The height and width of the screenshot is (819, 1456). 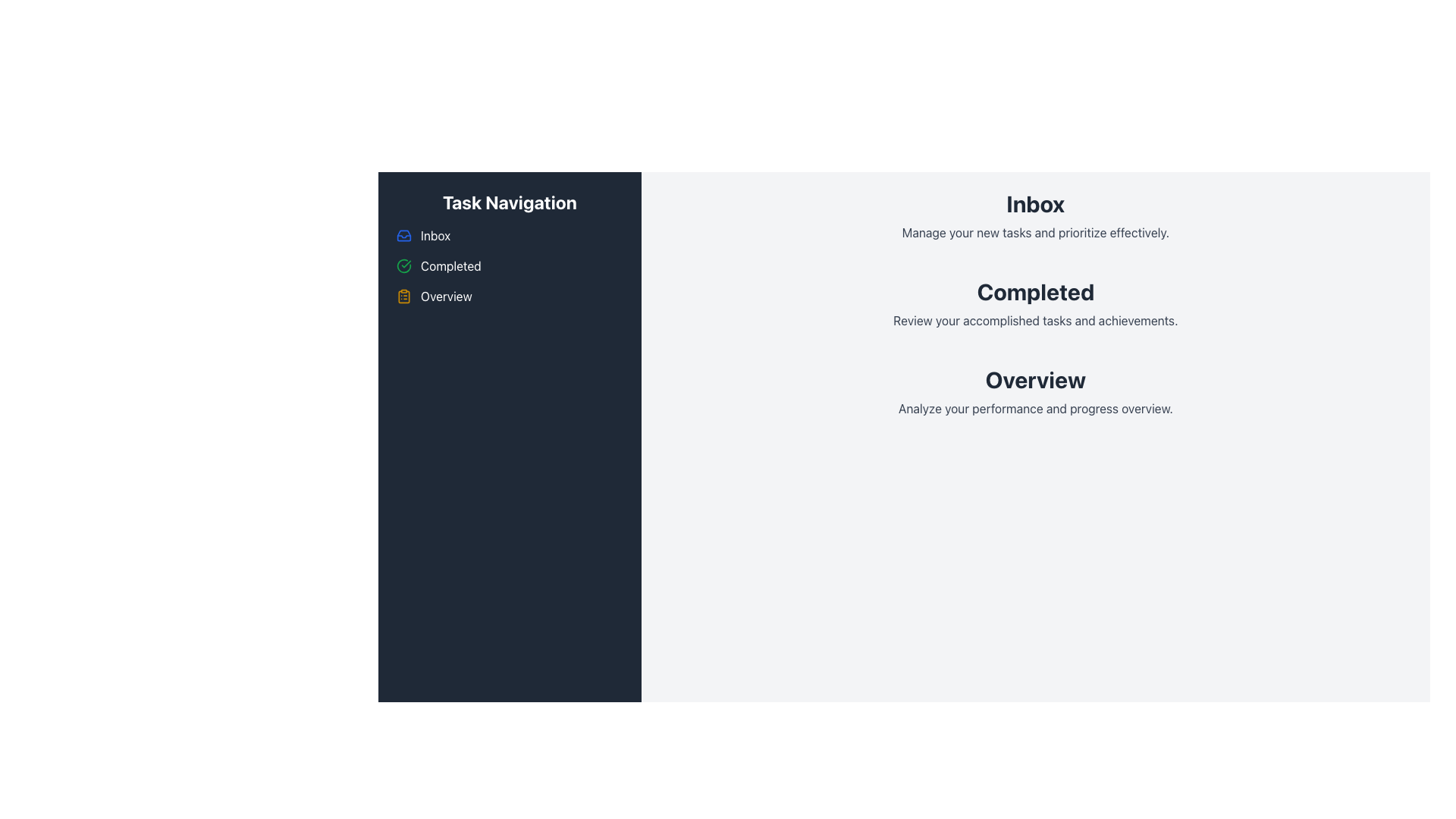 What do you see at coordinates (1034, 203) in the screenshot?
I see `the text label reading 'Inbox' which is styled in bold and large dark gray font, located at the top of the content area` at bounding box center [1034, 203].